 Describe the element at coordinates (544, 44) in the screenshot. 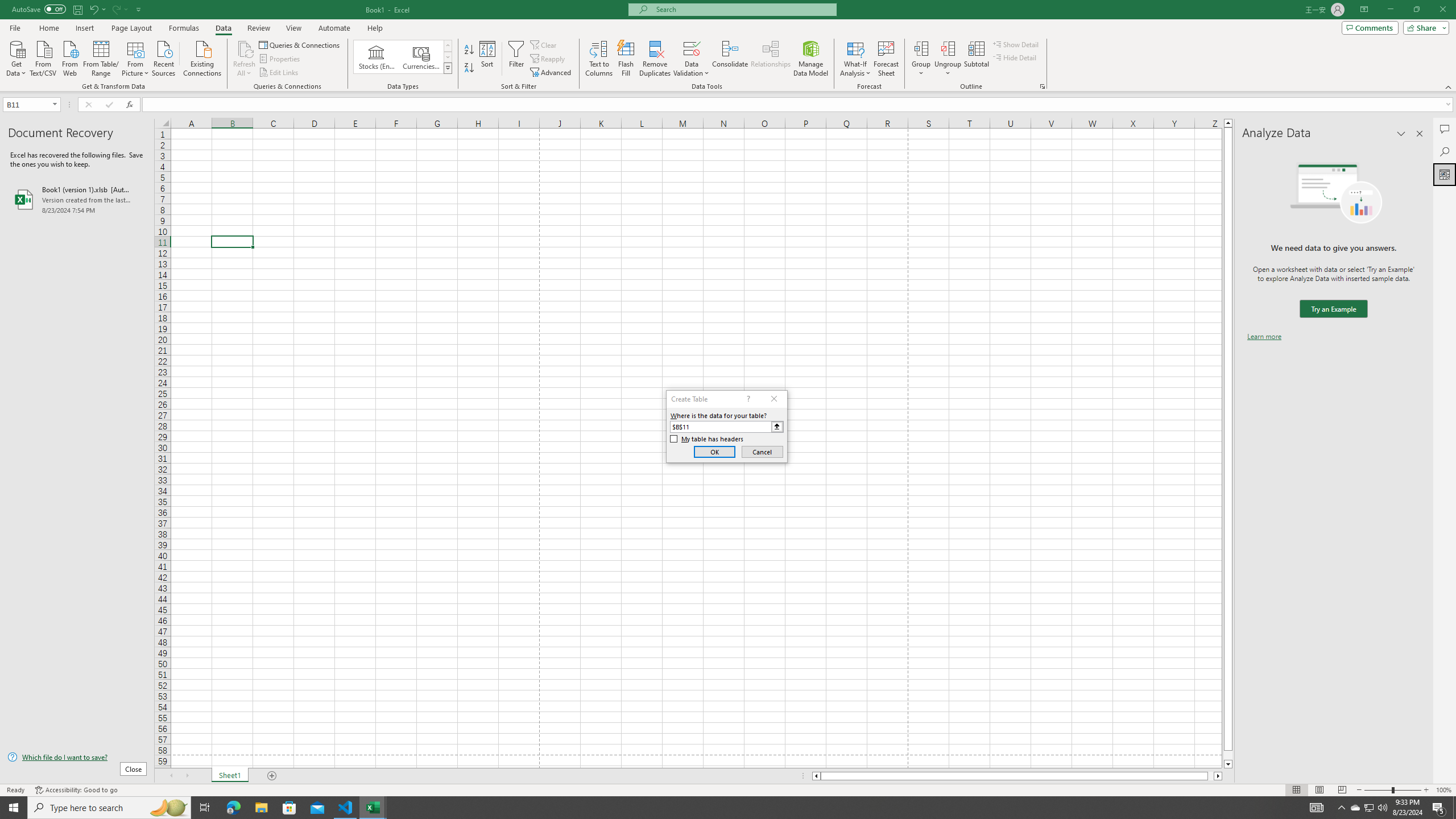

I see `'Clear'` at that location.